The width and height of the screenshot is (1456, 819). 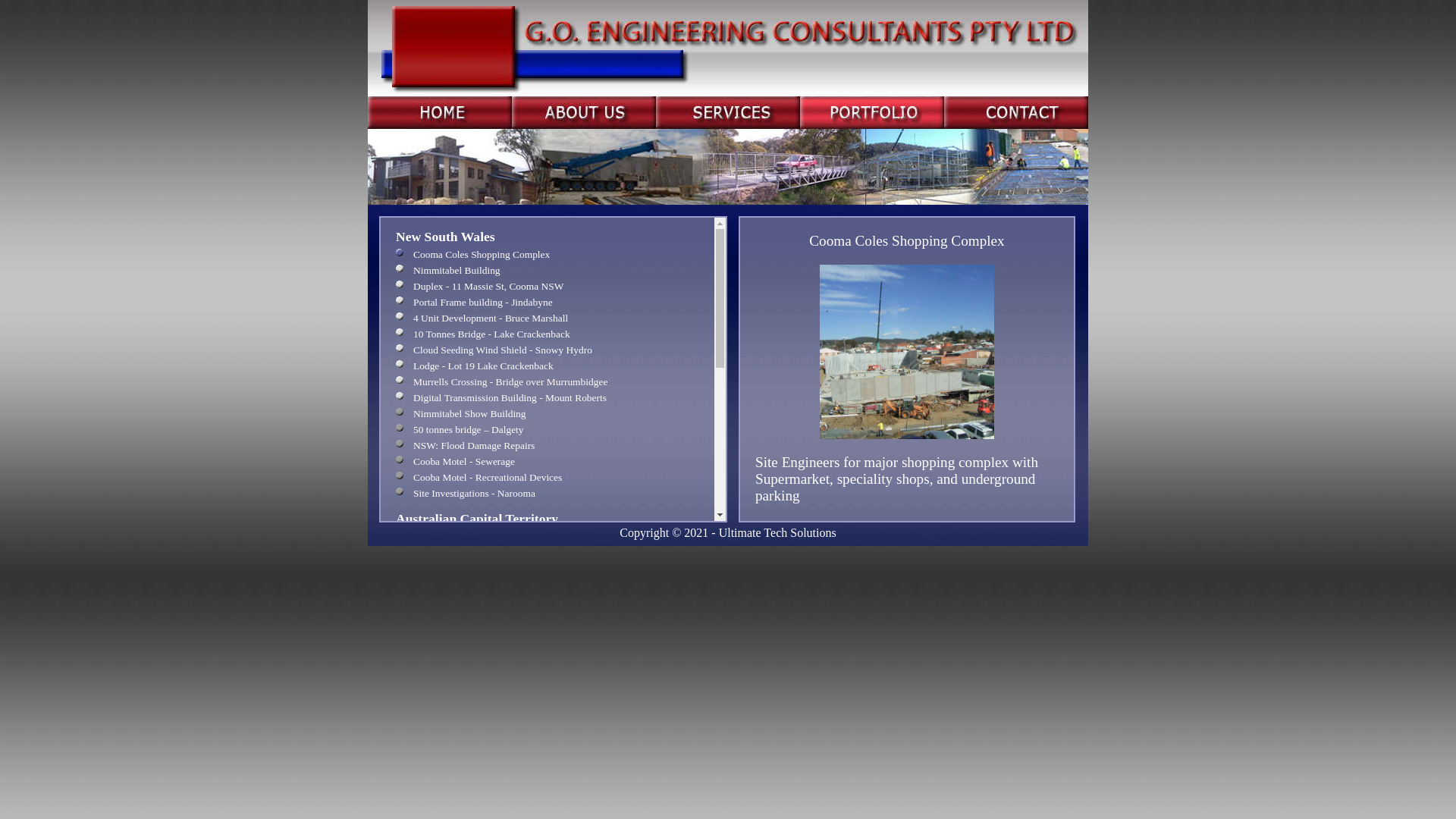 What do you see at coordinates (396, 333) in the screenshot?
I see `'10 Tonnes Bridge - Lake Crackenback'` at bounding box center [396, 333].